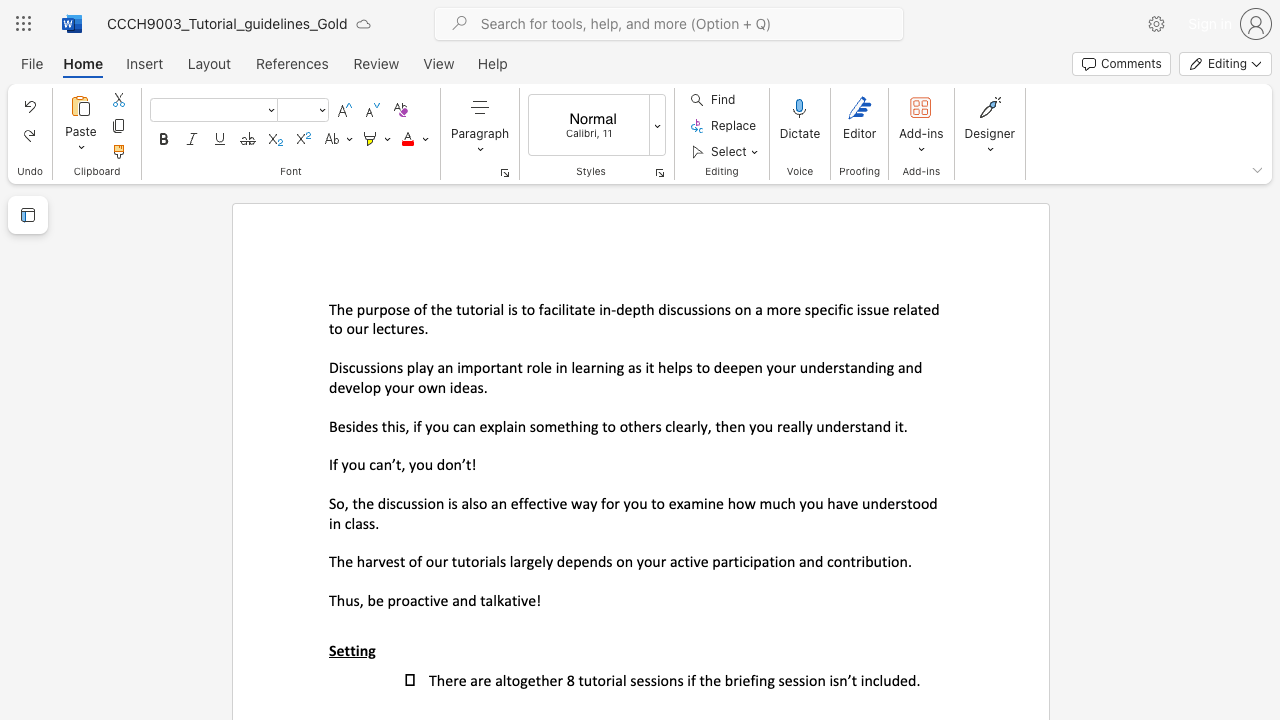  I want to click on the subset text ", yo" within the text "If you can’t, you don’t!", so click(400, 464).